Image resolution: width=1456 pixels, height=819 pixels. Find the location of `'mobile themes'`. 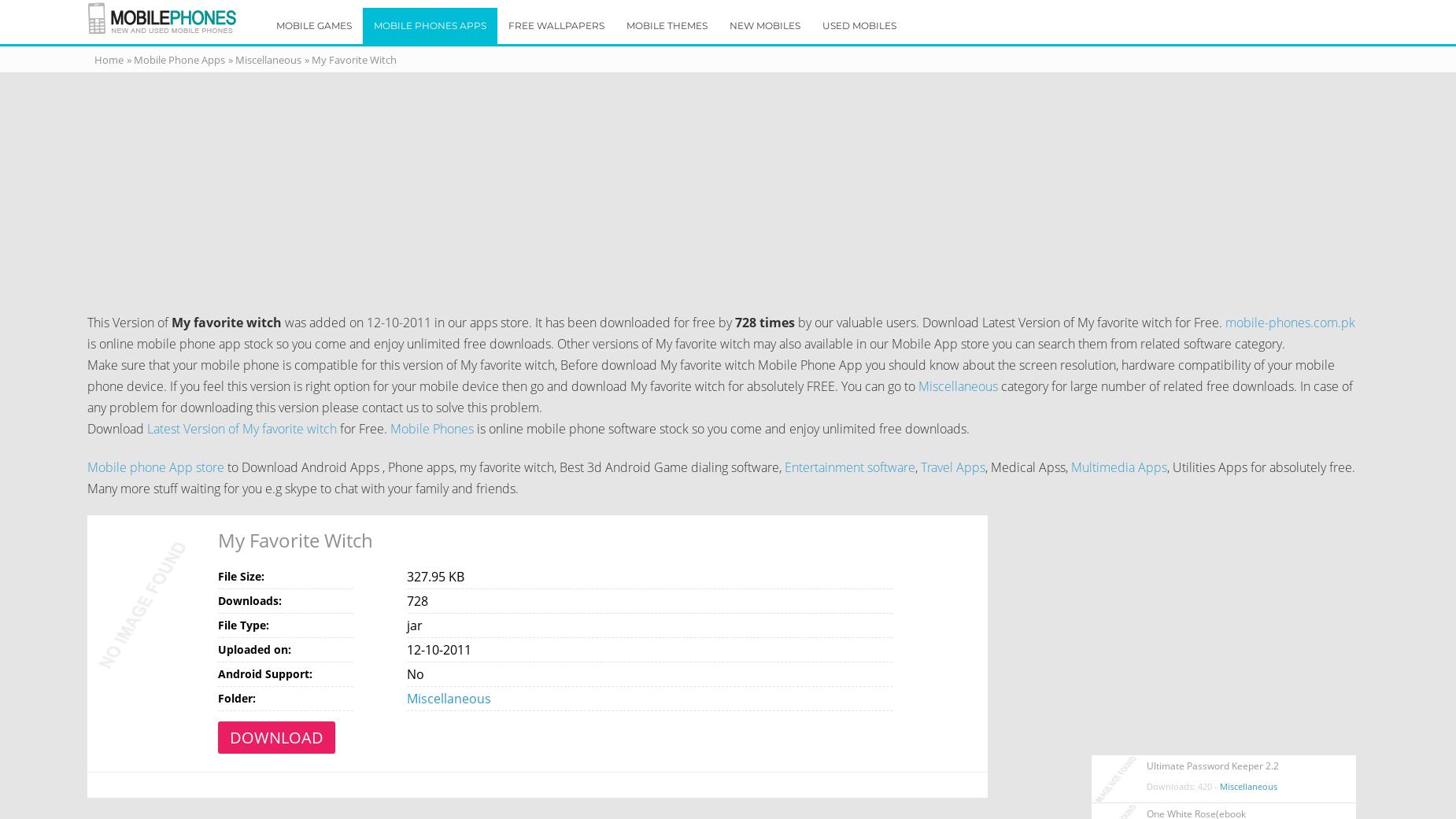

'mobile themes' is located at coordinates (626, 24).